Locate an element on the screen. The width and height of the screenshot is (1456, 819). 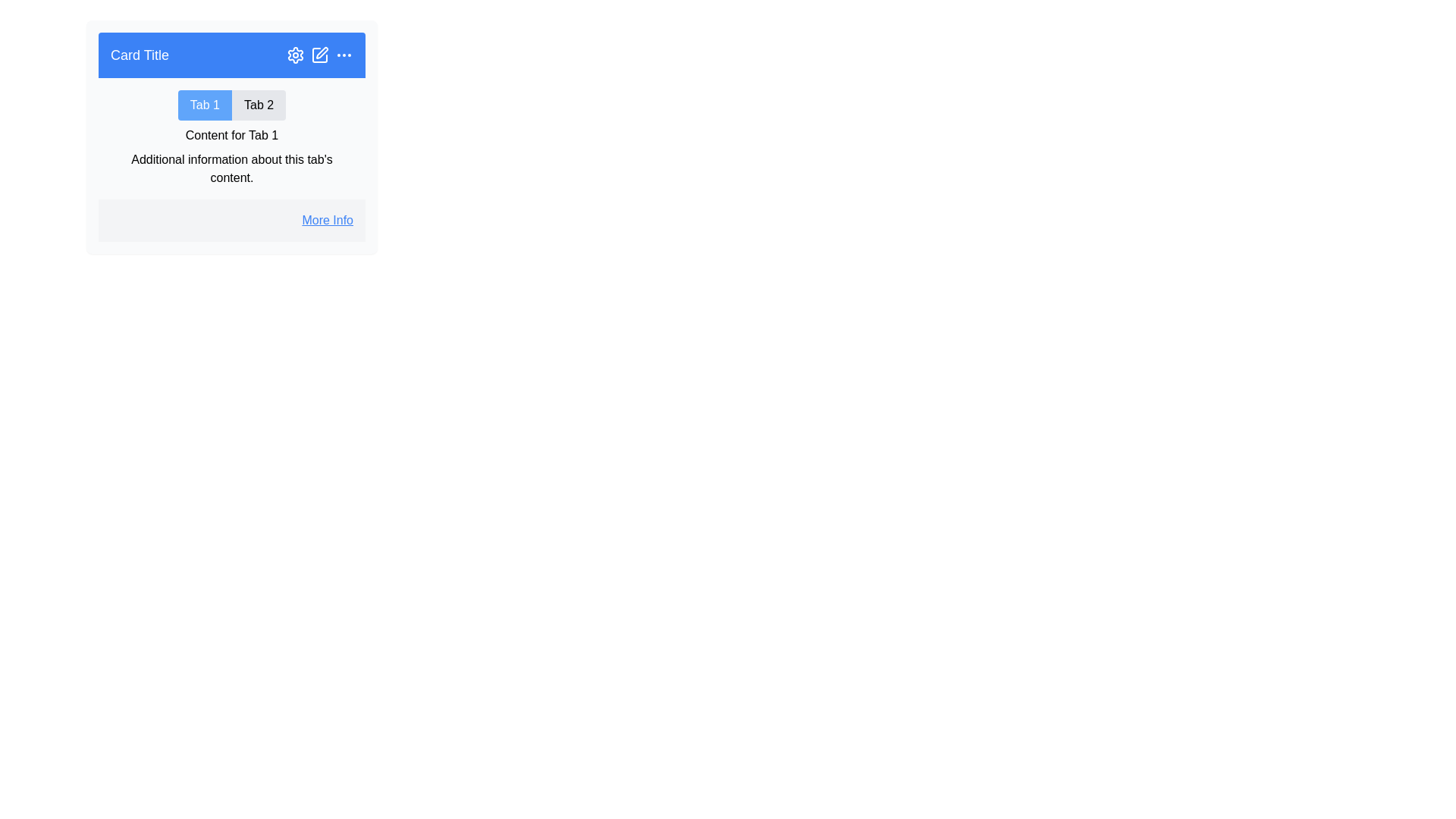
the edit icon button located in the top-right corner of the header area labeled 'Card Title', which is represented by a pen or pencil icon on a blue background is located at coordinates (319, 55).